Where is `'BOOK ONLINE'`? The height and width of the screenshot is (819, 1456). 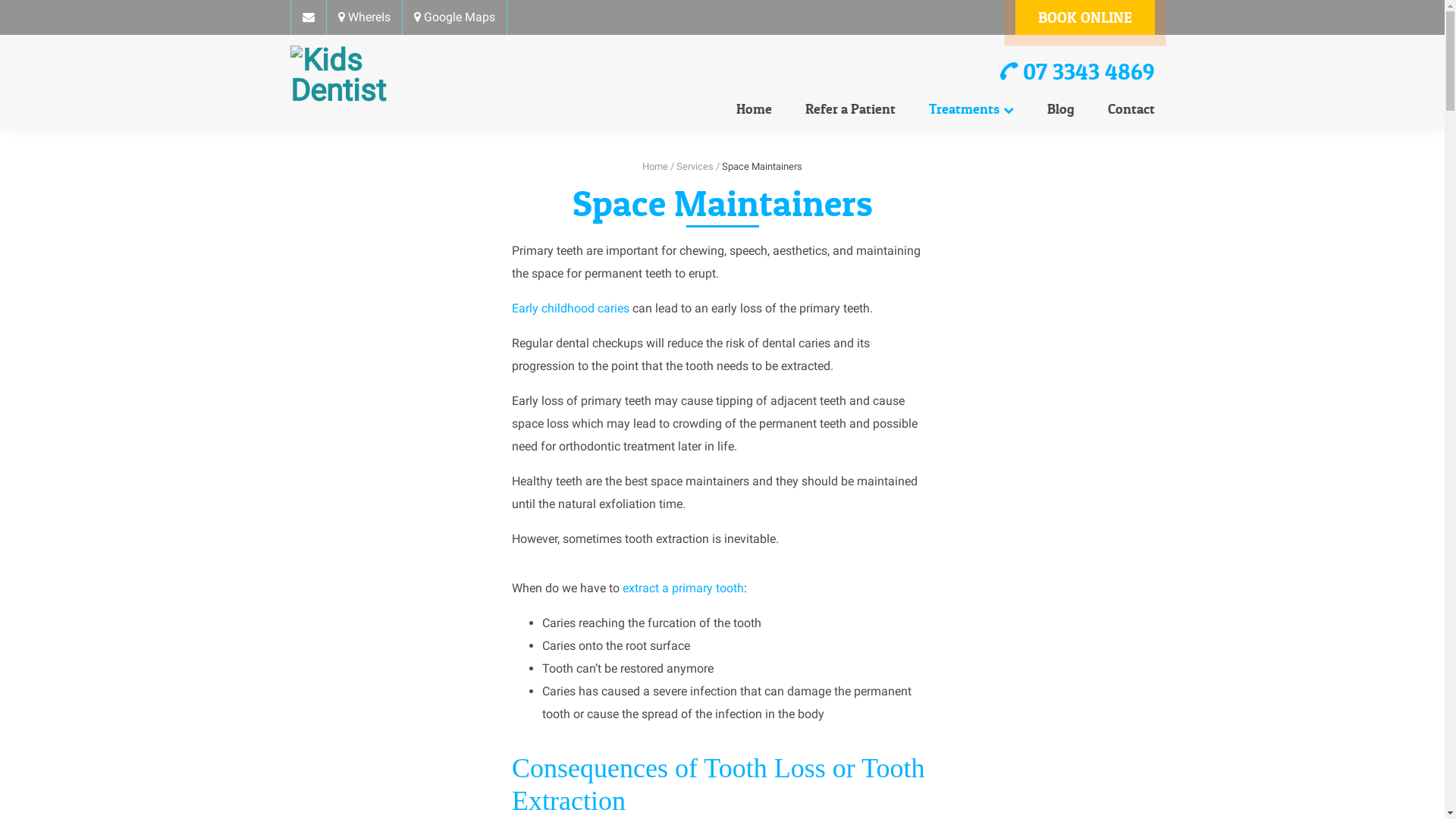 'BOOK ONLINE' is located at coordinates (1084, 17).